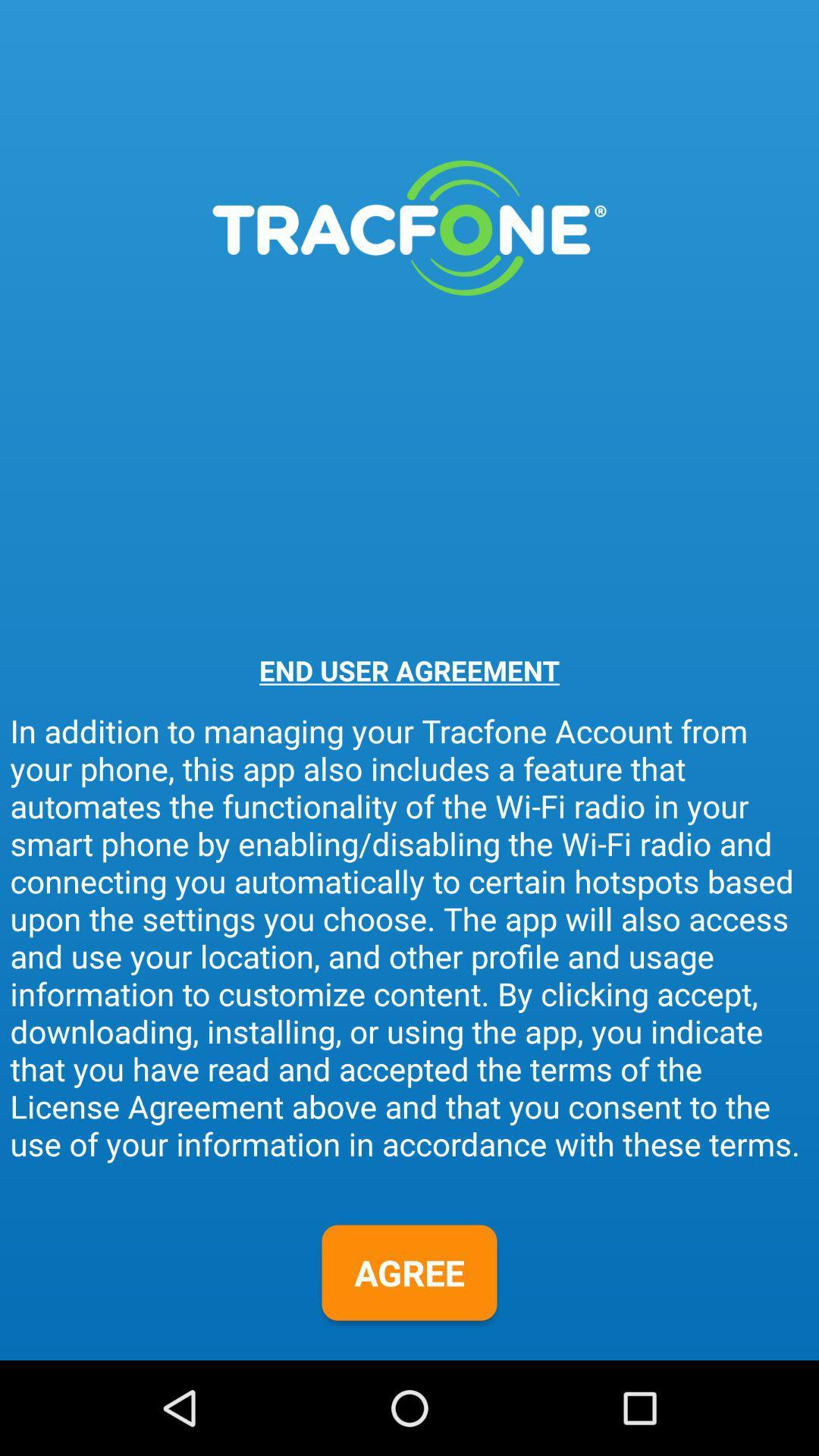 This screenshot has width=819, height=1456. I want to click on icon below in addition to, so click(409, 1272).